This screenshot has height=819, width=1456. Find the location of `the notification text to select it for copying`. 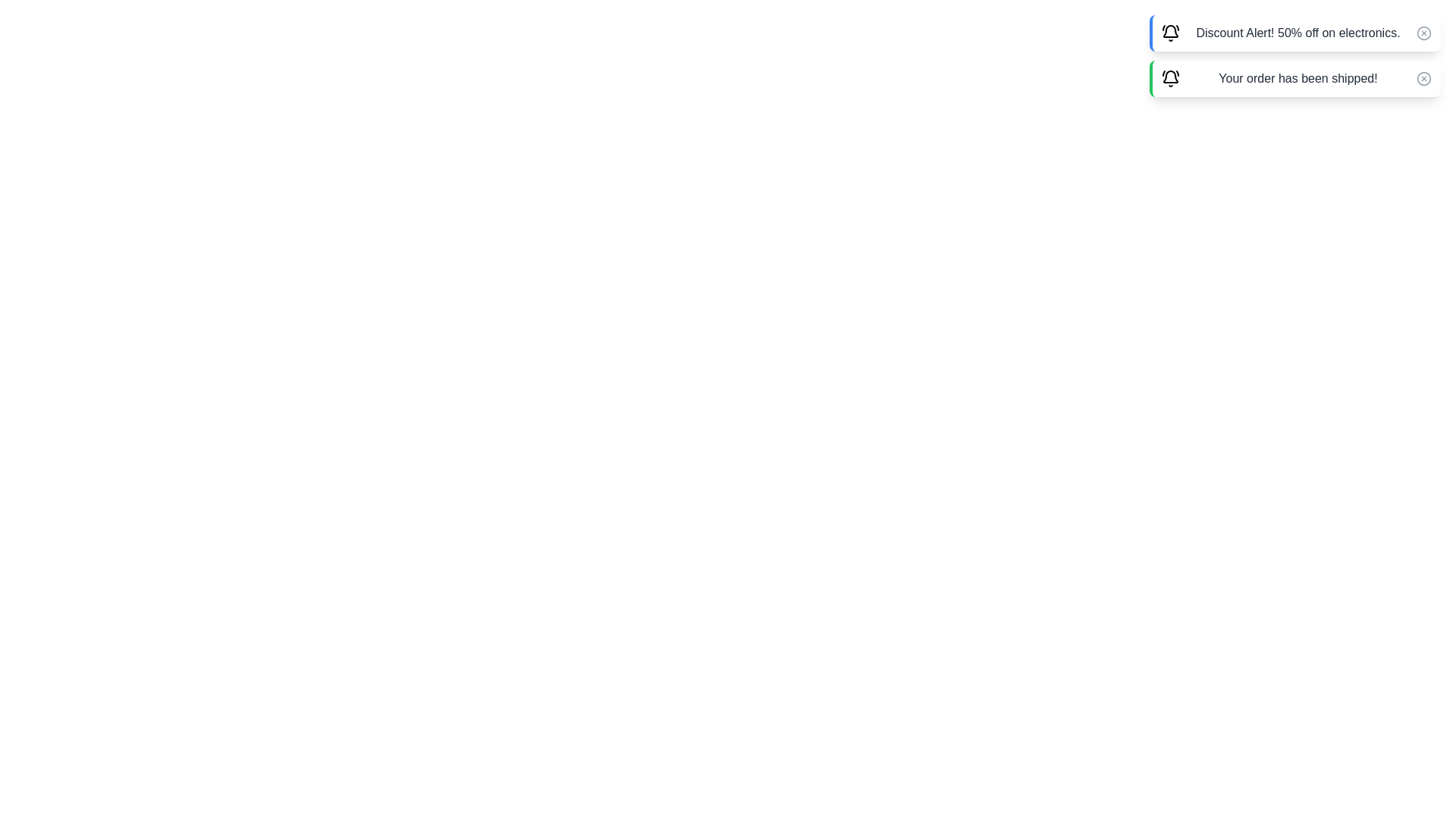

the notification text to select it for copying is located at coordinates (1294, 33).